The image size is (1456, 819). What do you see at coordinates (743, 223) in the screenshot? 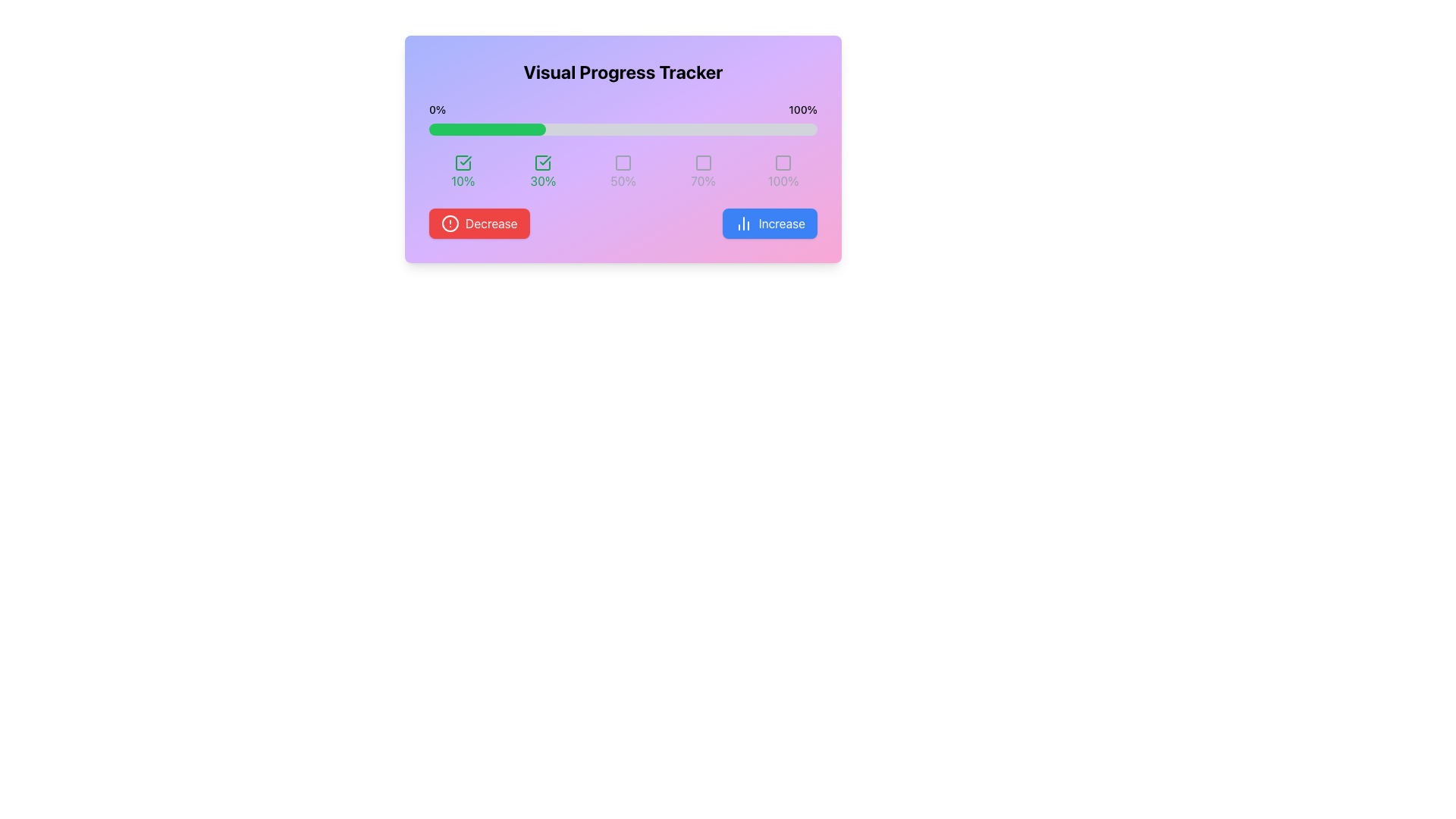
I see `the 'Increase' button icon located at the bottom-right of the card layout, which serves to increment or advance progress` at bounding box center [743, 223].